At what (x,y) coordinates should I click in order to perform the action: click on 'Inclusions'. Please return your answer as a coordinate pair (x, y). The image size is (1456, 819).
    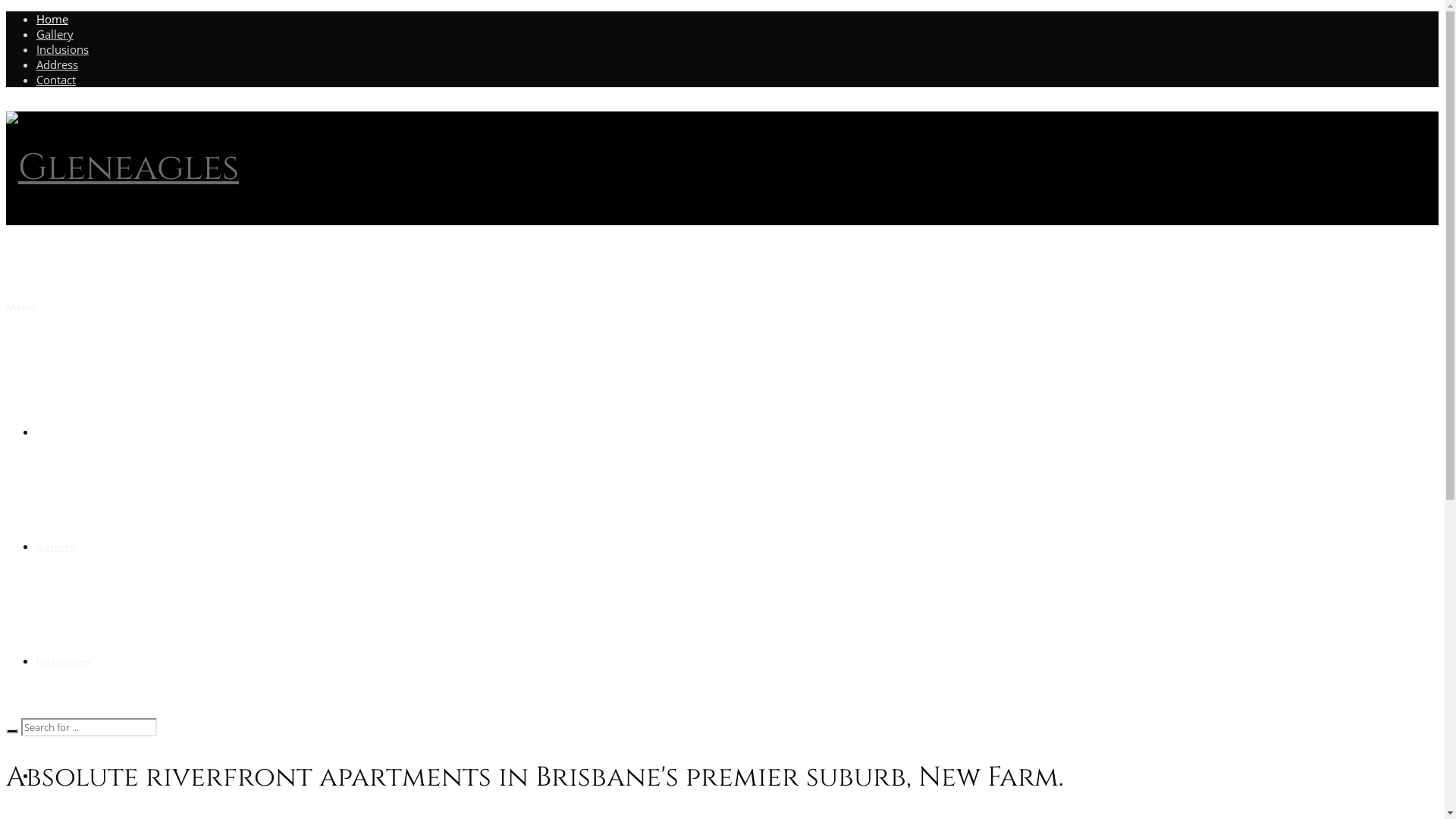
    Looking at the image, I should click on (36, 660).